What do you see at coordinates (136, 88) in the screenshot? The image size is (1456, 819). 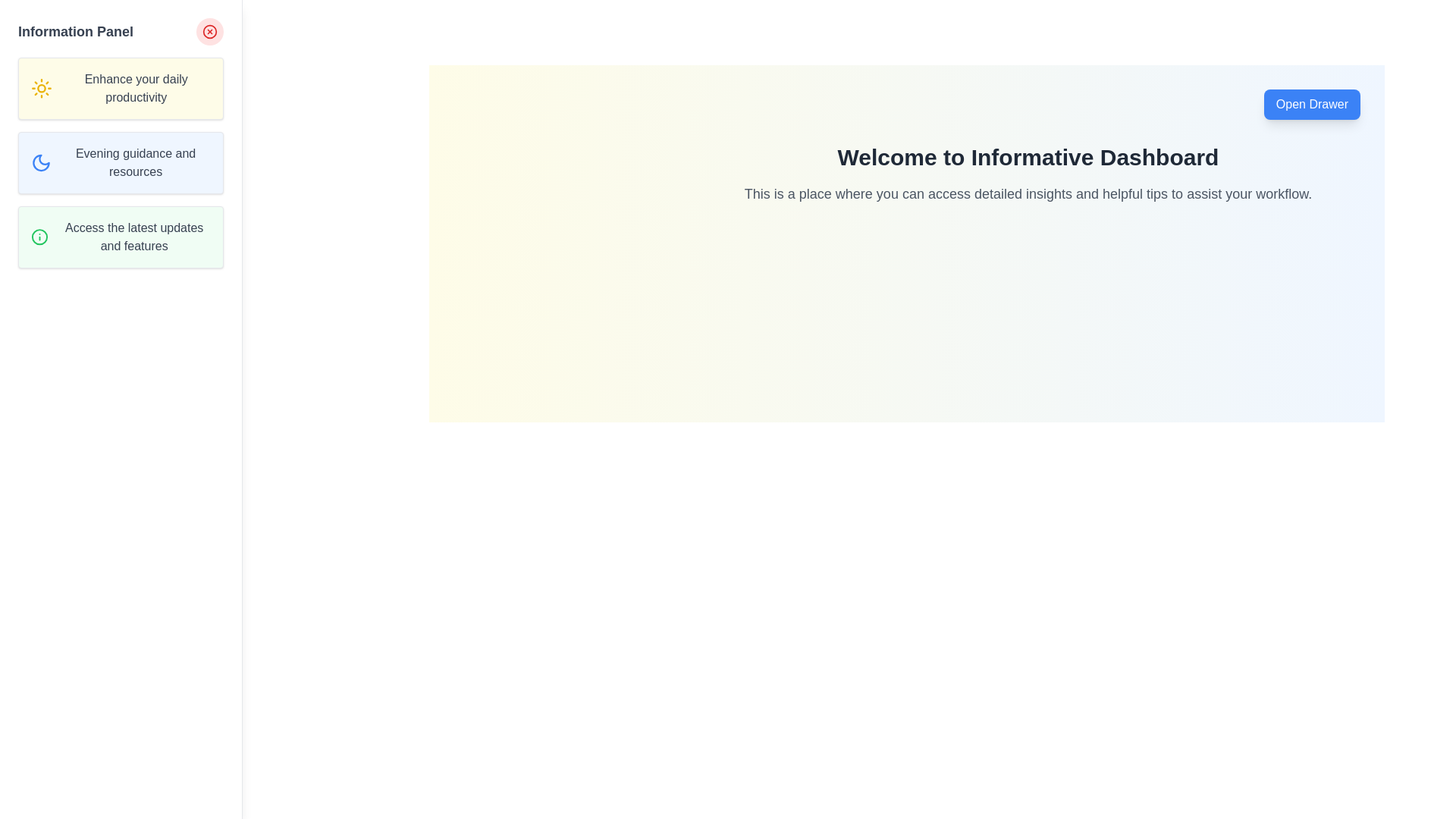 I see `the motivational text label located in the top section of the vertical list in the left sidebar, which has a yellow background` at bounding box center [136, 88].